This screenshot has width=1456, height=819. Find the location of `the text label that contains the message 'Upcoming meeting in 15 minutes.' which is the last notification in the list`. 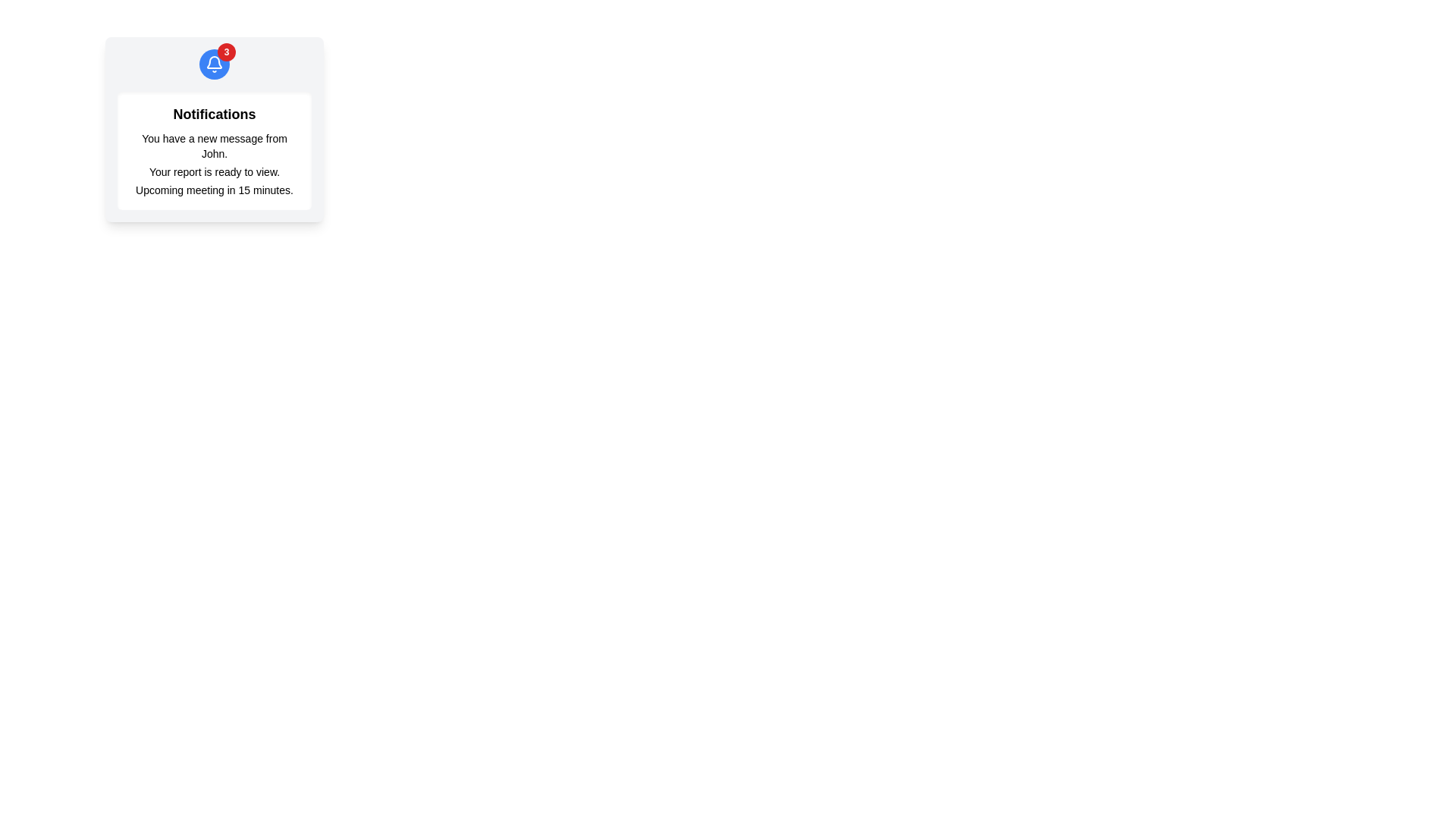

the text label that contains the message 'Upcoming meeting in 15 minutes.' which is the last notification in the list is located at coordinates (214, 189).